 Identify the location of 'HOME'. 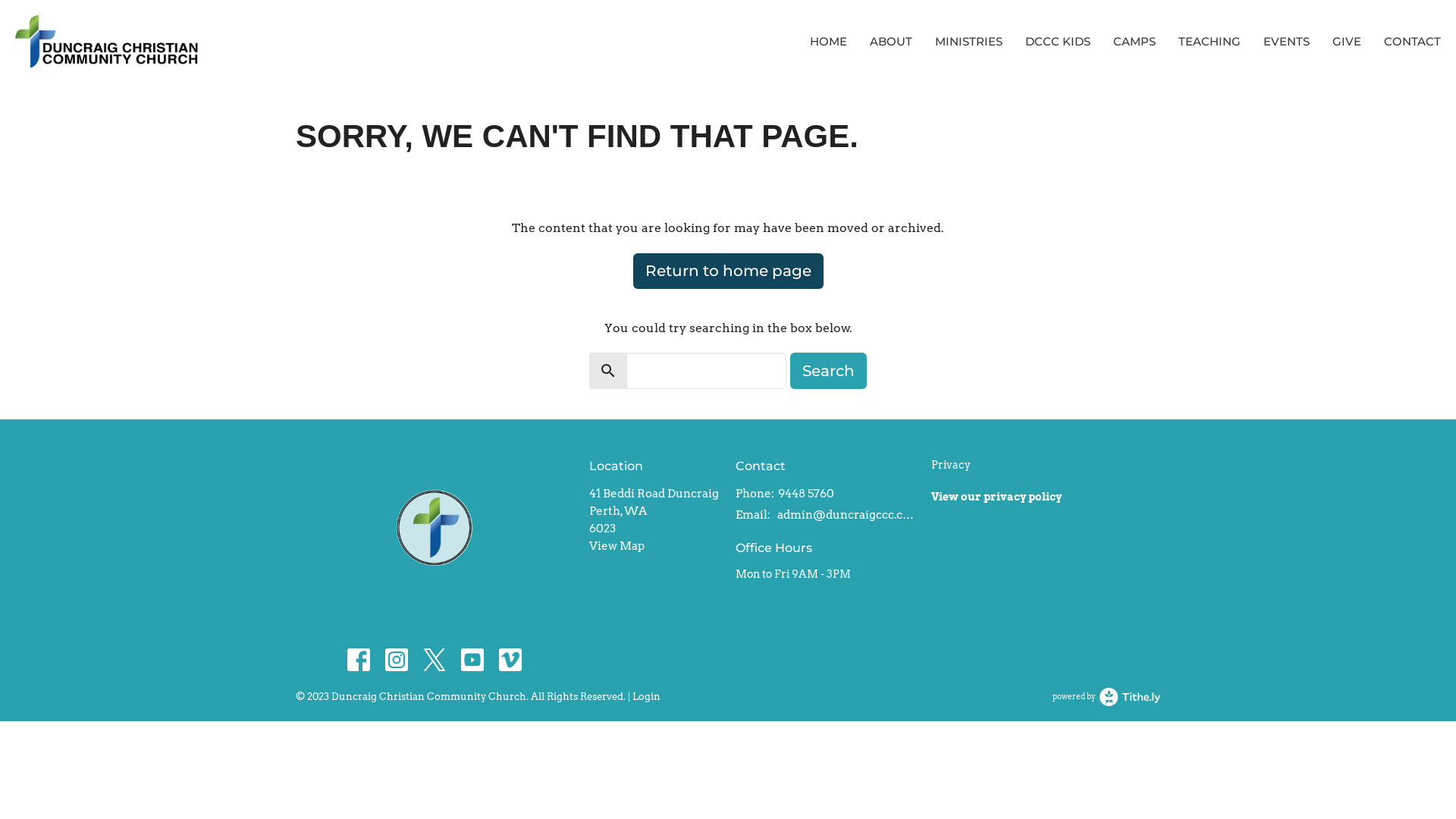
(827, 40).